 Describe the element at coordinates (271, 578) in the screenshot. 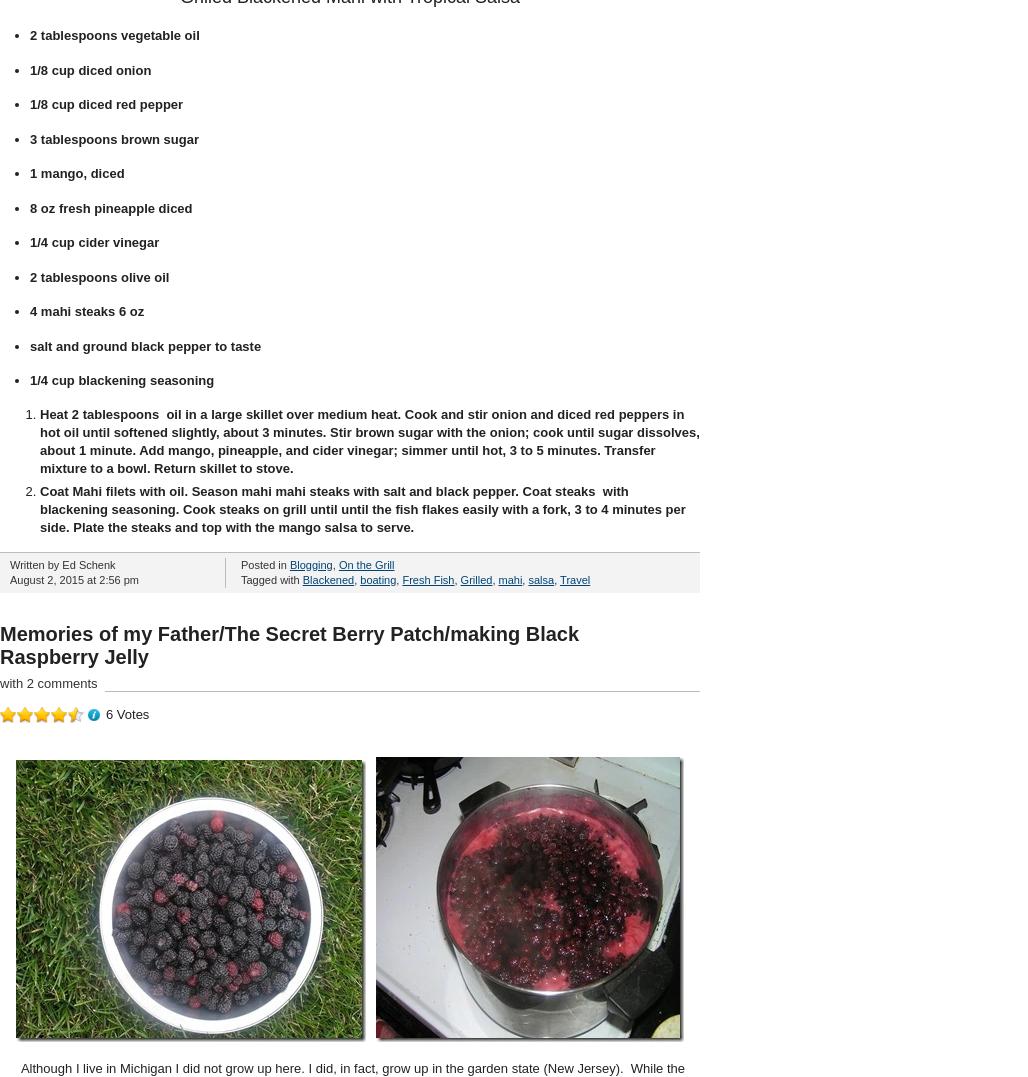

I see `'Tagged with'` at that location.